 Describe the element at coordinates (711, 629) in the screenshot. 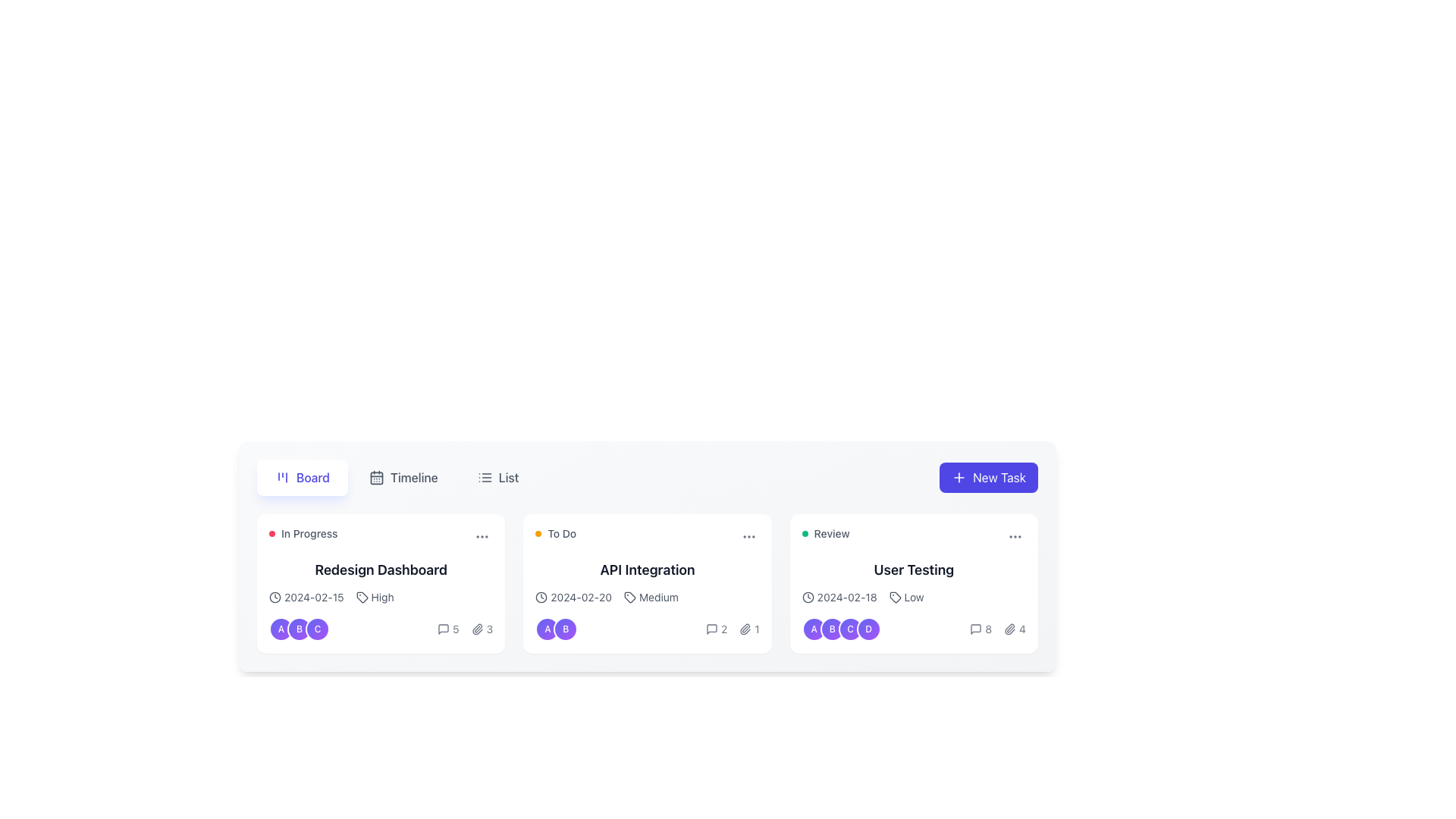

I see `the speech bubble icon located to the left of the numeric label '2' in the 'To Do' section of the 'API Integration' card` at that location.